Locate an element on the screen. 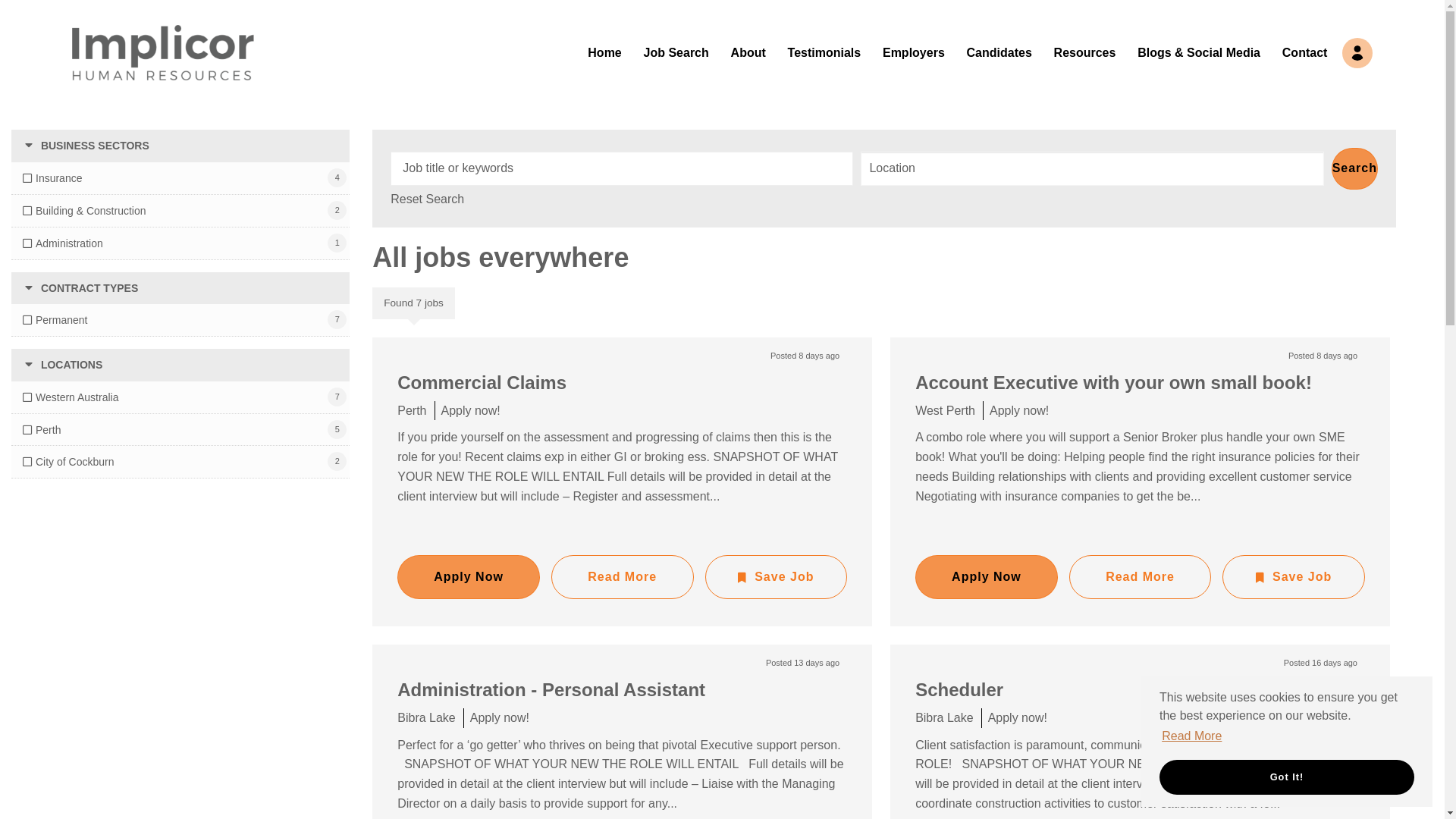  'City of Cockburn is located at coordinates (67, 461).